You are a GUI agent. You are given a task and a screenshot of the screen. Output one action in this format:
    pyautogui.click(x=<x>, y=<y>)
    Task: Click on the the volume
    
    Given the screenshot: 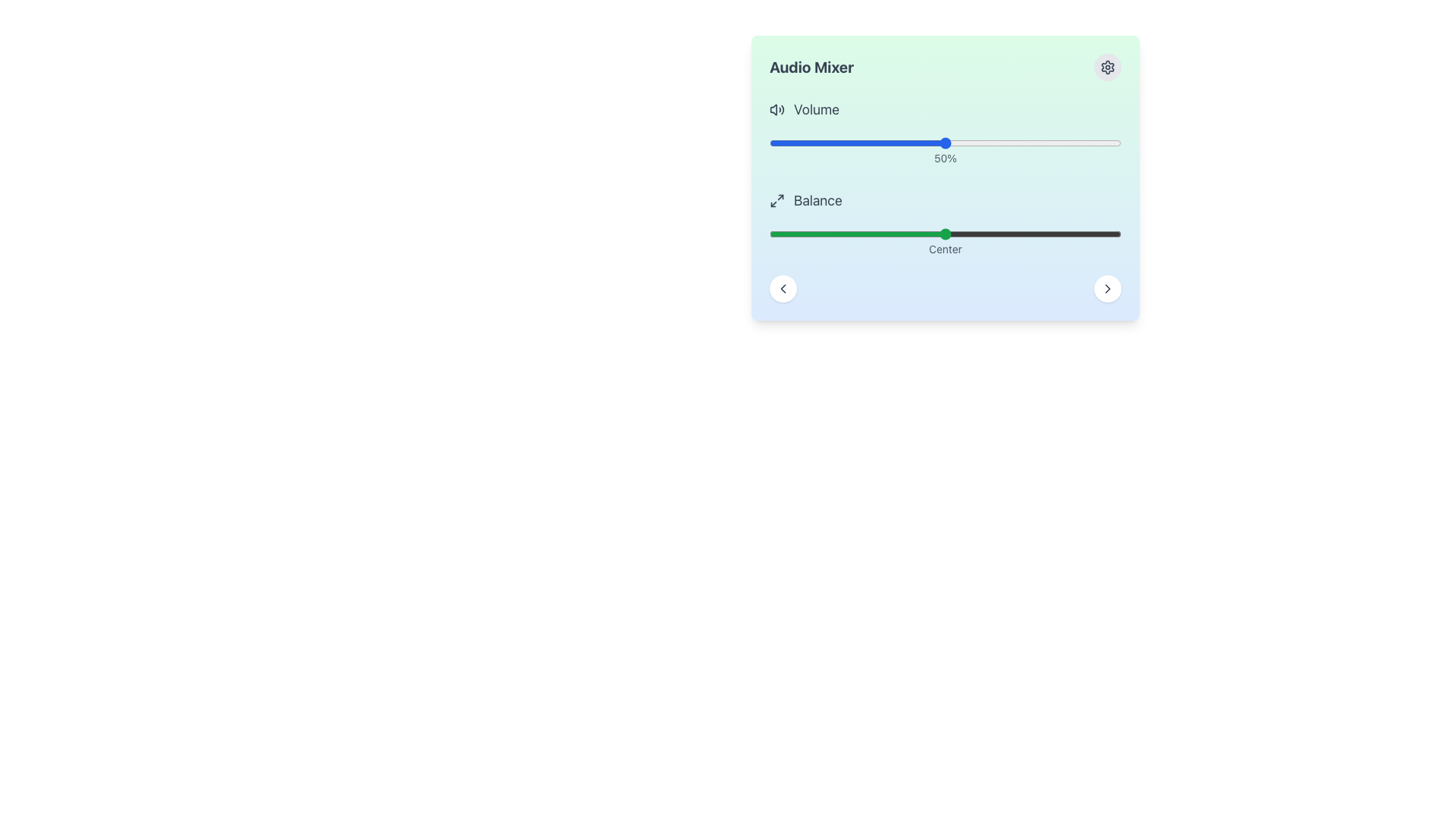 What is the action you would take?
    pyautogui.click(x=854, y=143)
    